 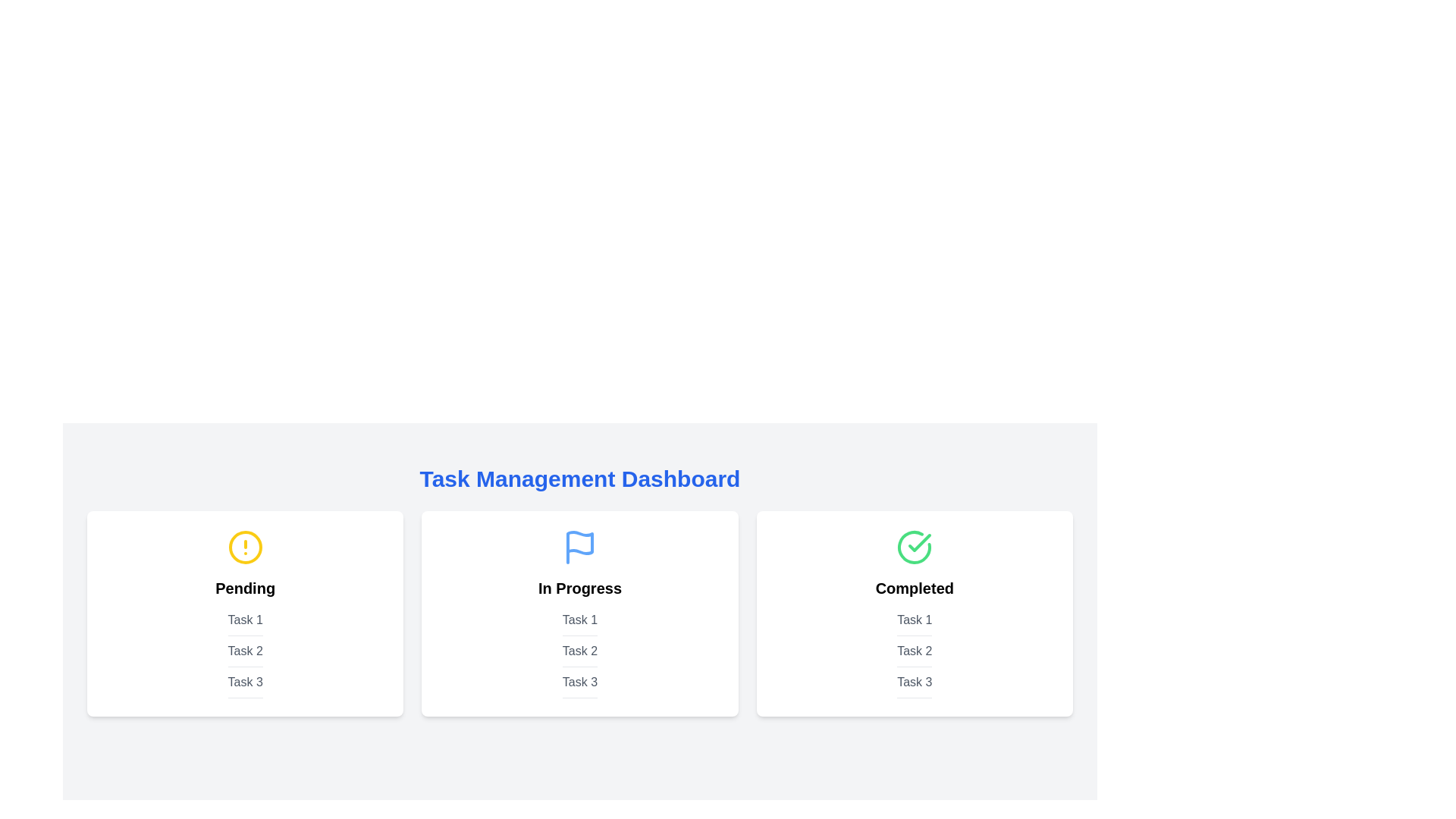 What do you see at coordinates (245, 686) in the screenshot?
I see `the text label for 'Task 3' in the Pending category of the Task Management Dashboard, which is the last subtask listed` at bounding box center [245, 686].